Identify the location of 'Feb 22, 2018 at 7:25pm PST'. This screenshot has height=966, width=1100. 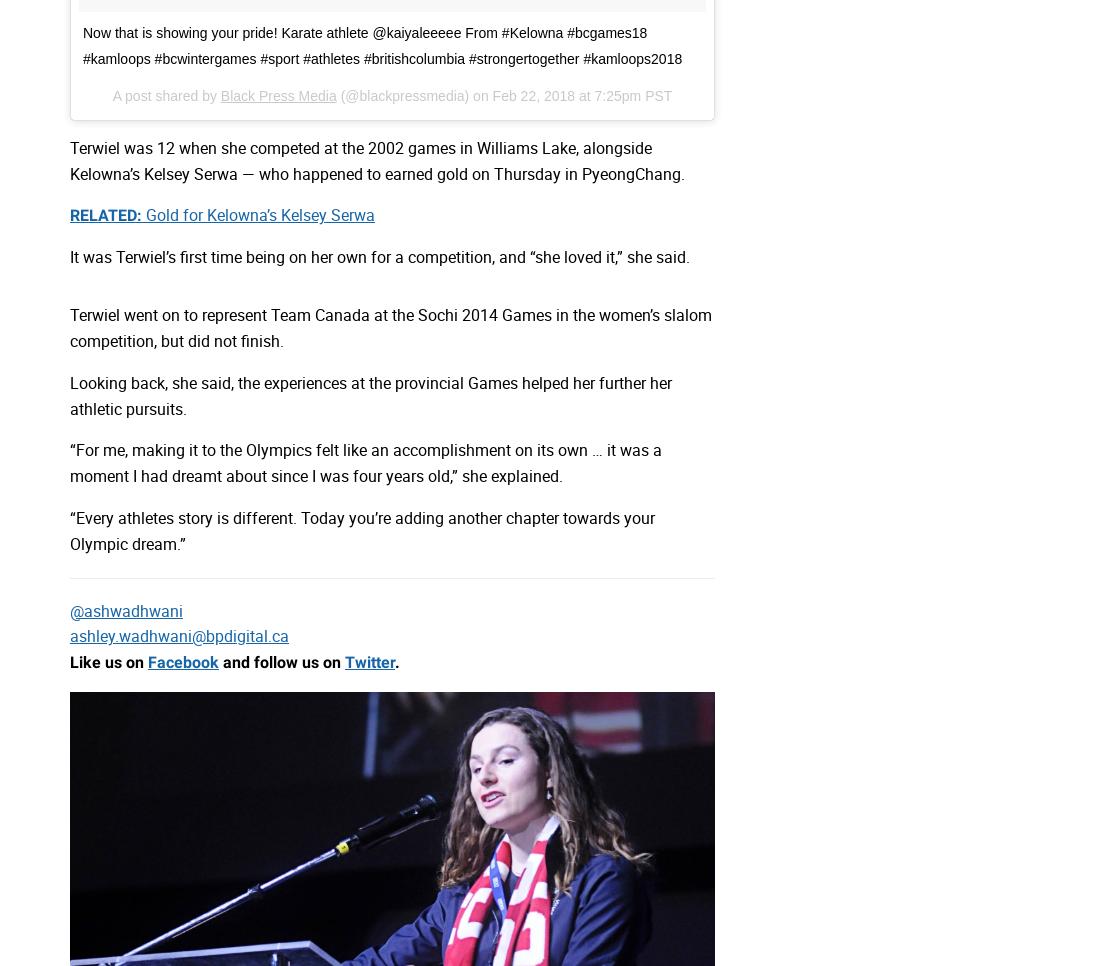
(581, 93).